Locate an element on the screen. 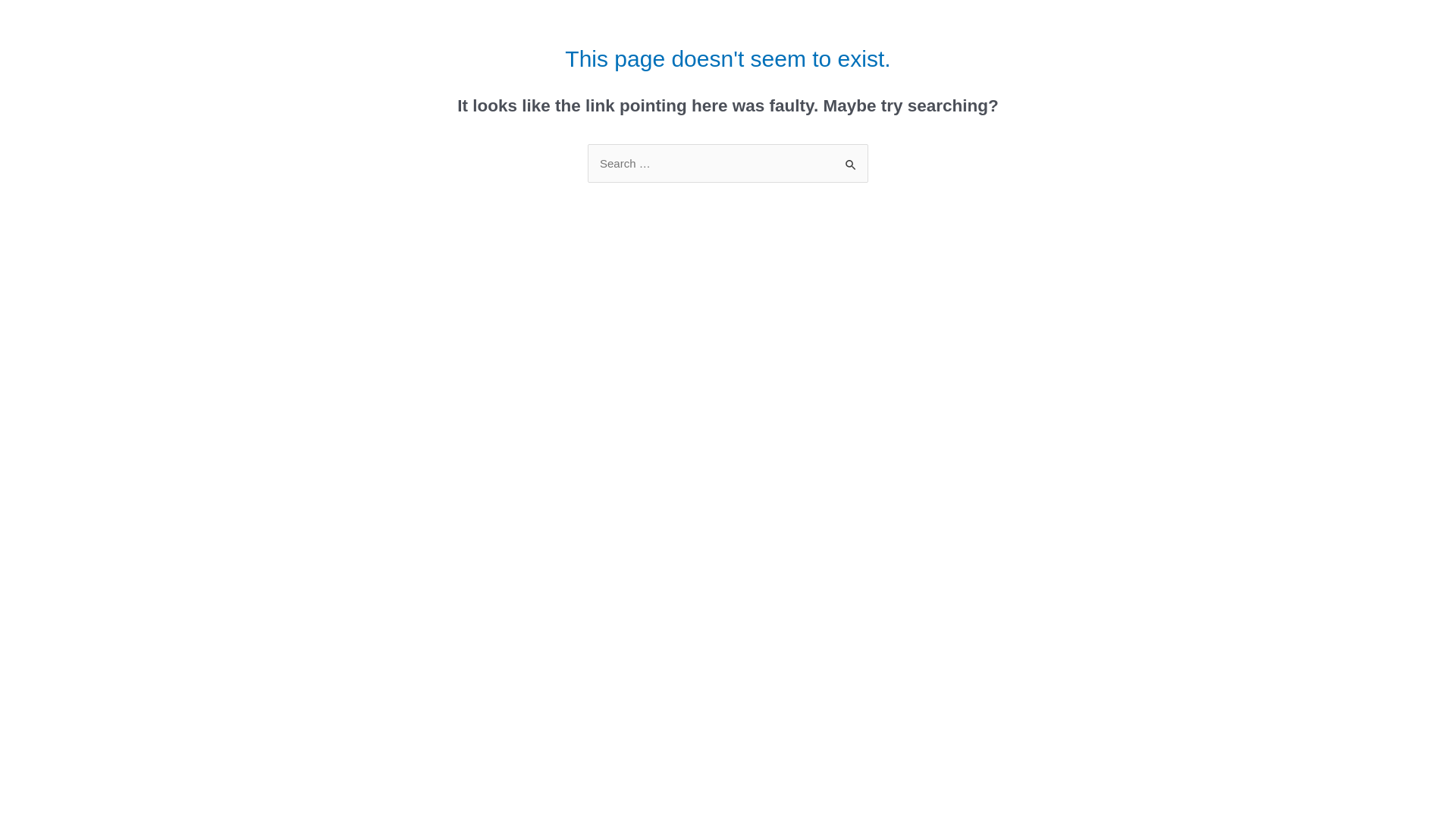 The width and height of the screenshot is (1456, 819). 'Search' is located at coordinates (851, 159).